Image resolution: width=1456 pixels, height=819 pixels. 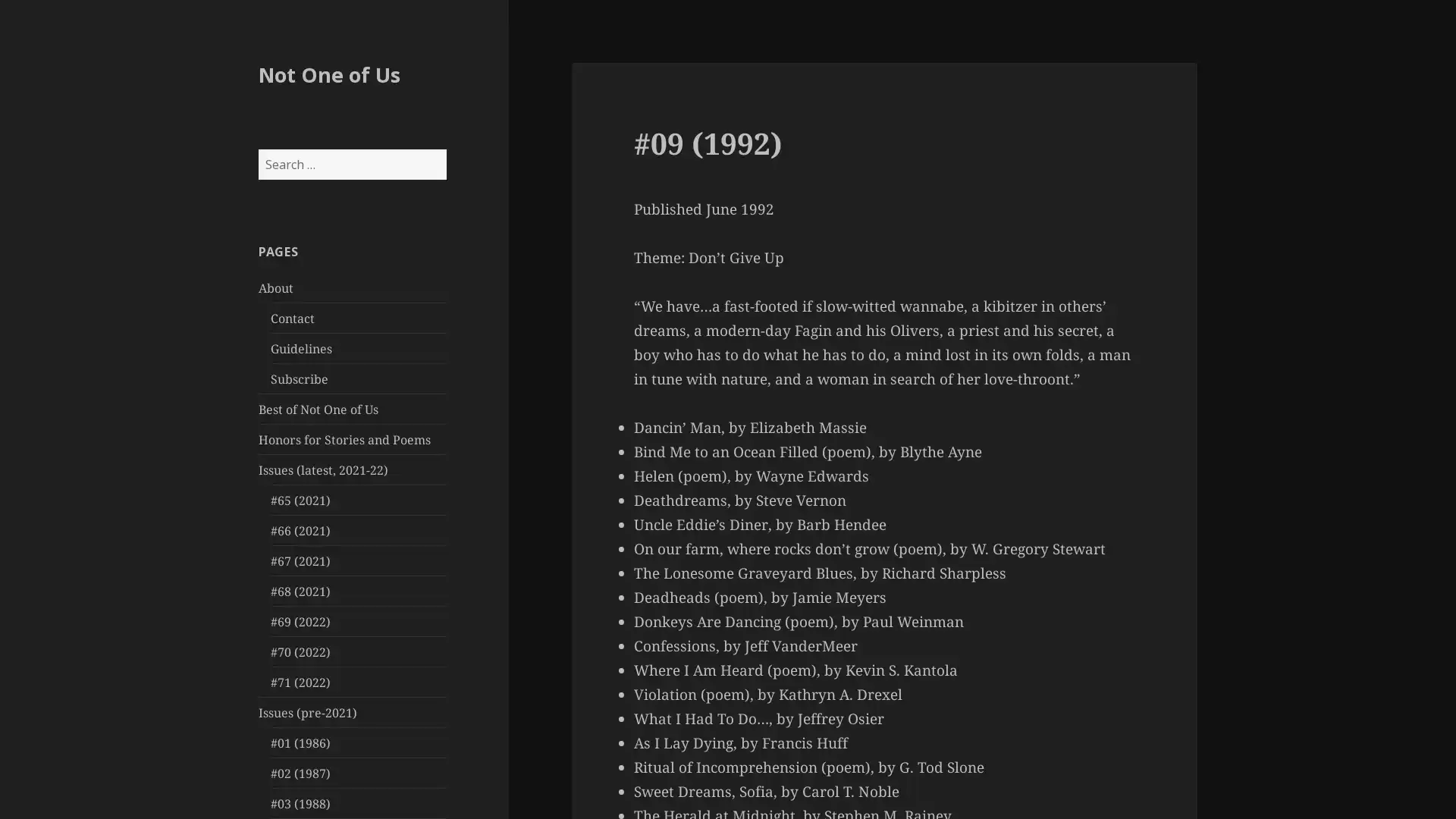 I want to click on Search, so click(x=444, y=149).